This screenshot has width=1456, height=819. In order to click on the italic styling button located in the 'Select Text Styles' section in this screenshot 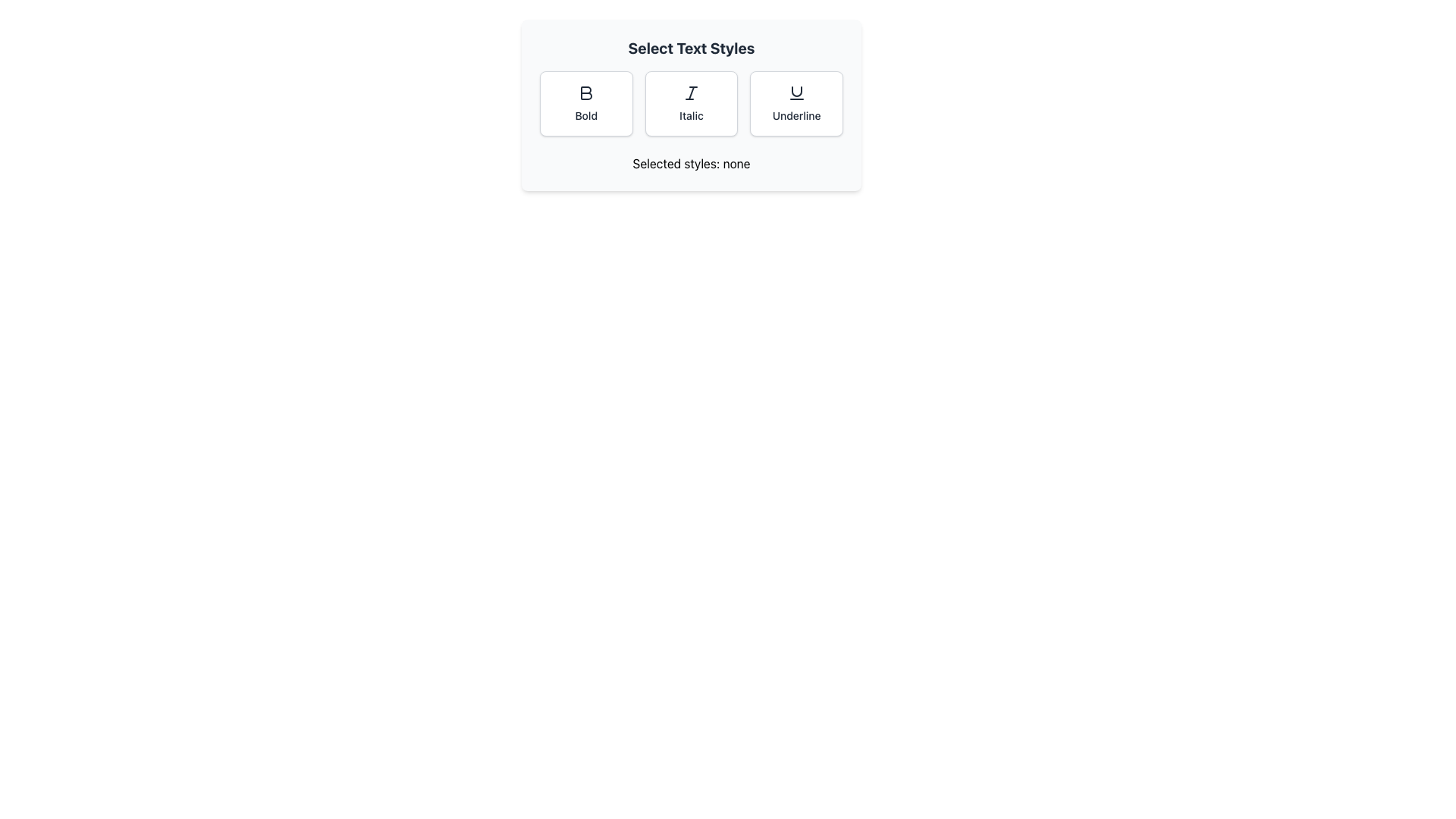, I will do `click(691, 103)`.